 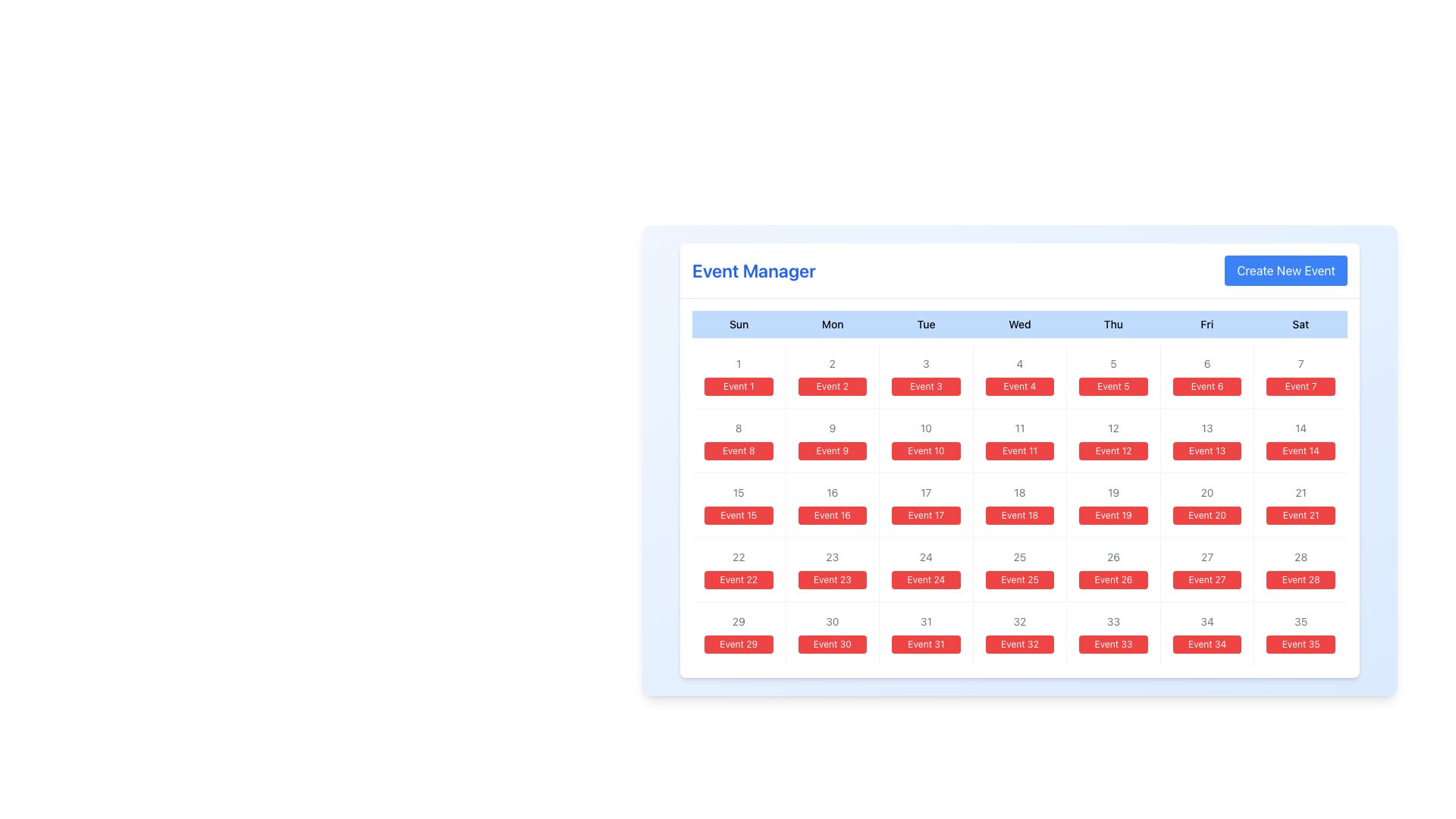 What do you see at coordinates (1019, 514) in the screenshot?
I see `the red button for 'Event 18' located in the 'Wed' column of the calendar grid, positioned below the number '18'` at bounding box center [1019, 514].